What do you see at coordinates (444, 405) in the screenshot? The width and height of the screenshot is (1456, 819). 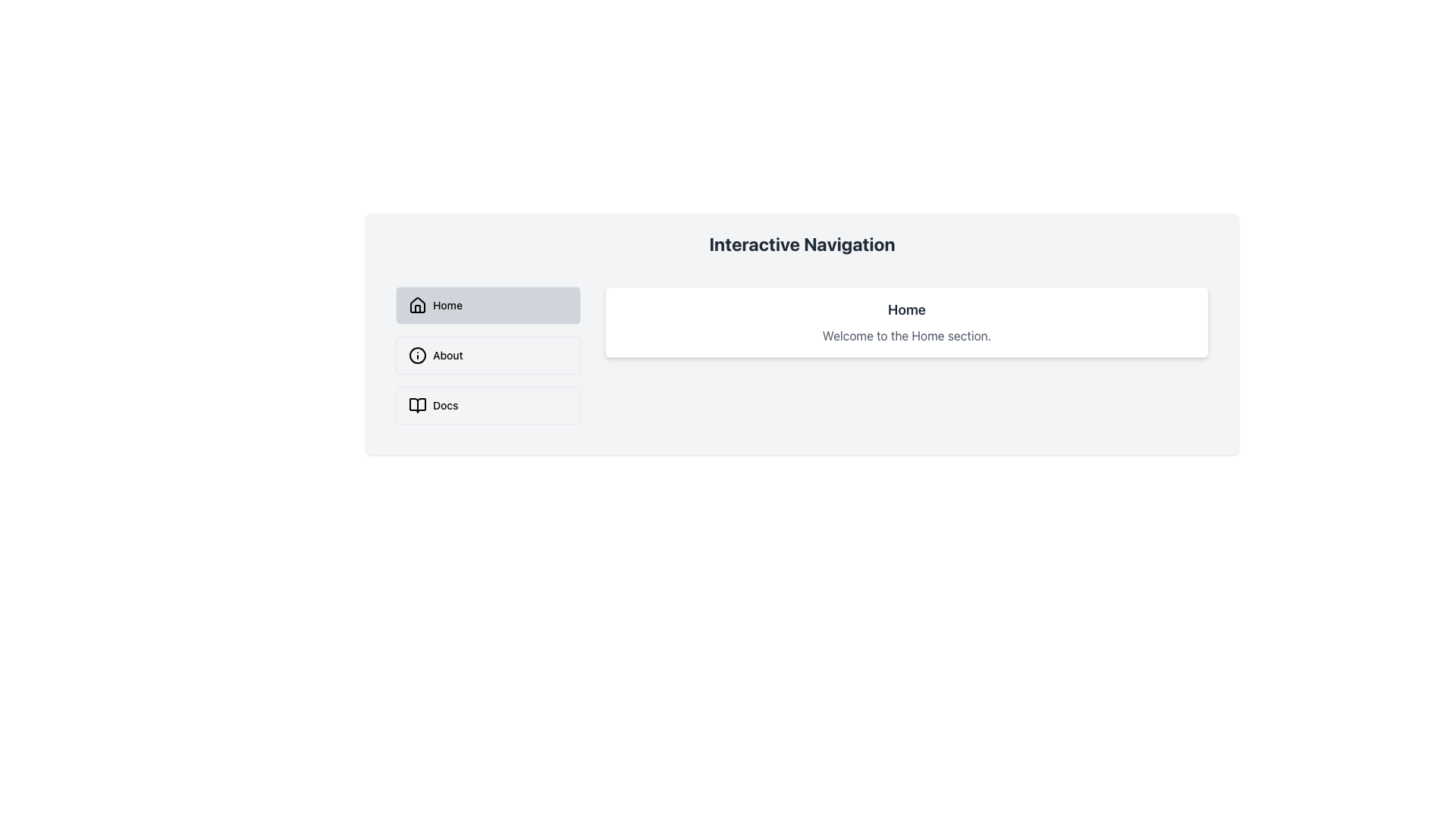 I see `the 'Docs' text label in the third navigation button of the sidebar` at bounding box center [444, 405].